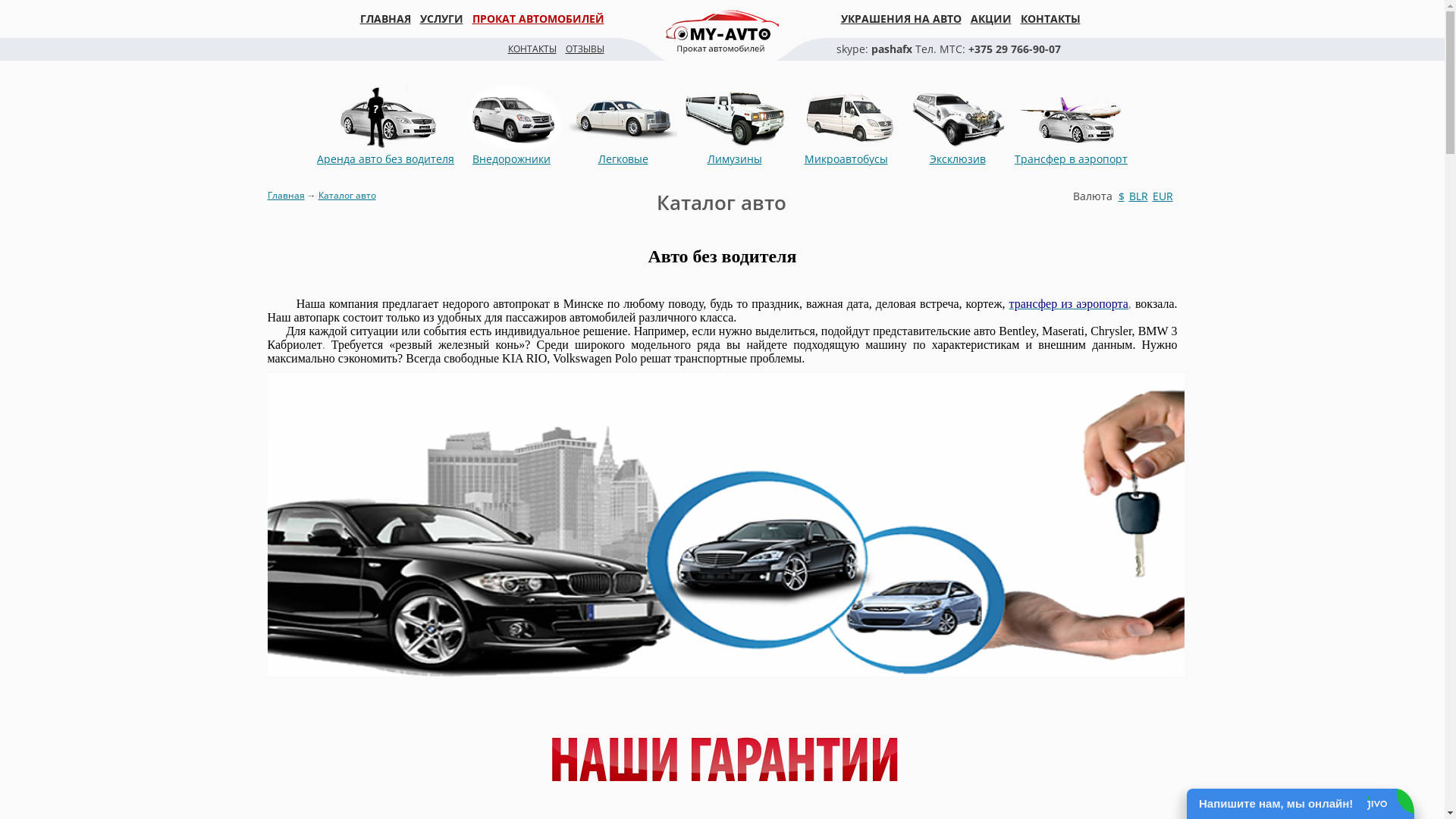 Image resolution: width=1456 pixels, height=819 pixels. What do you see at coordinates (1117, 195) in the screenshot?
I see `'$'` at bounding box center [1117, 195].